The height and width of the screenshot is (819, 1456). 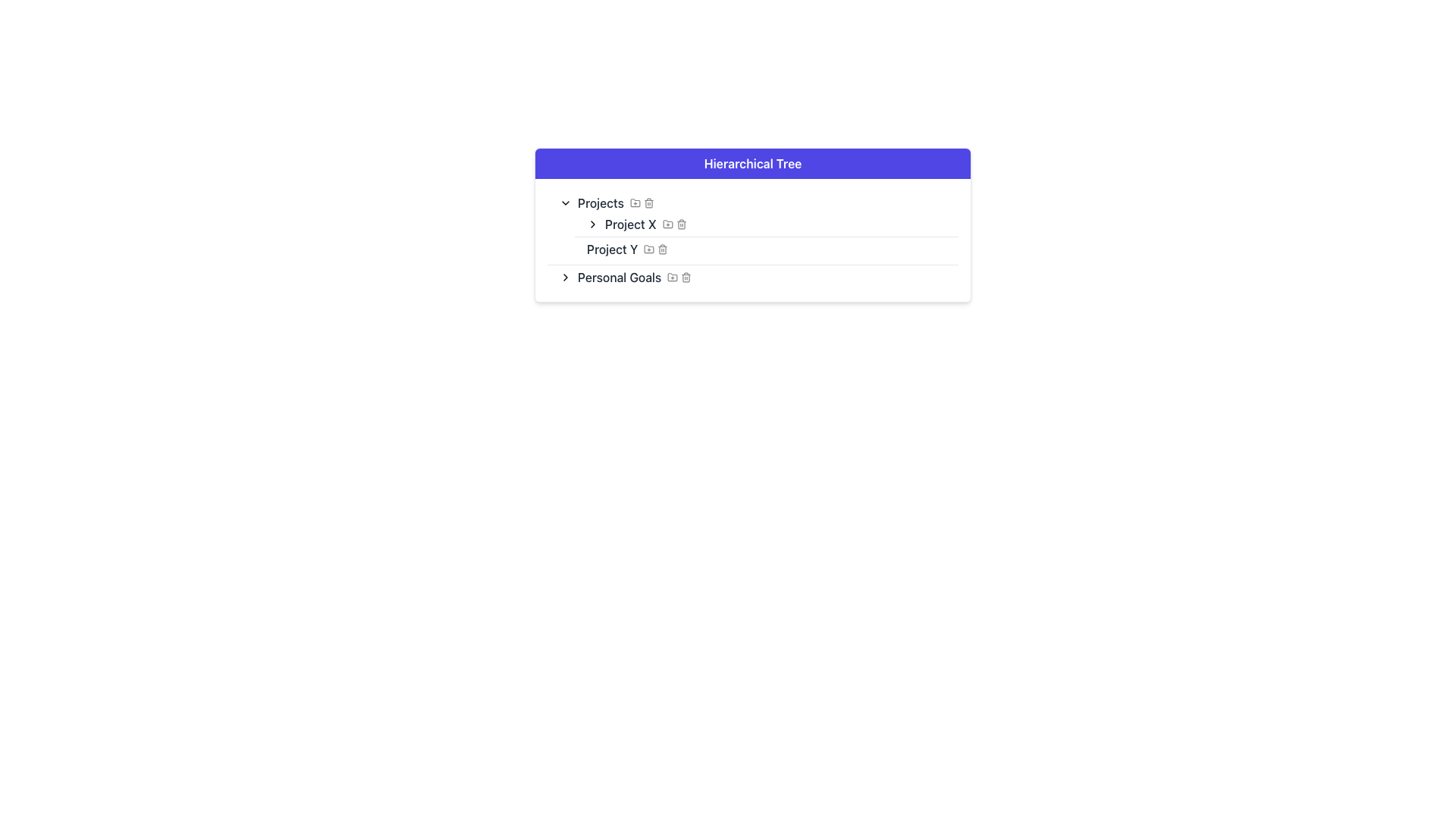 I want to click on the Icon group action buttons located directly to the right of the 'Project X' label in the hierarchical tree interface, so click(x=673, y=224).